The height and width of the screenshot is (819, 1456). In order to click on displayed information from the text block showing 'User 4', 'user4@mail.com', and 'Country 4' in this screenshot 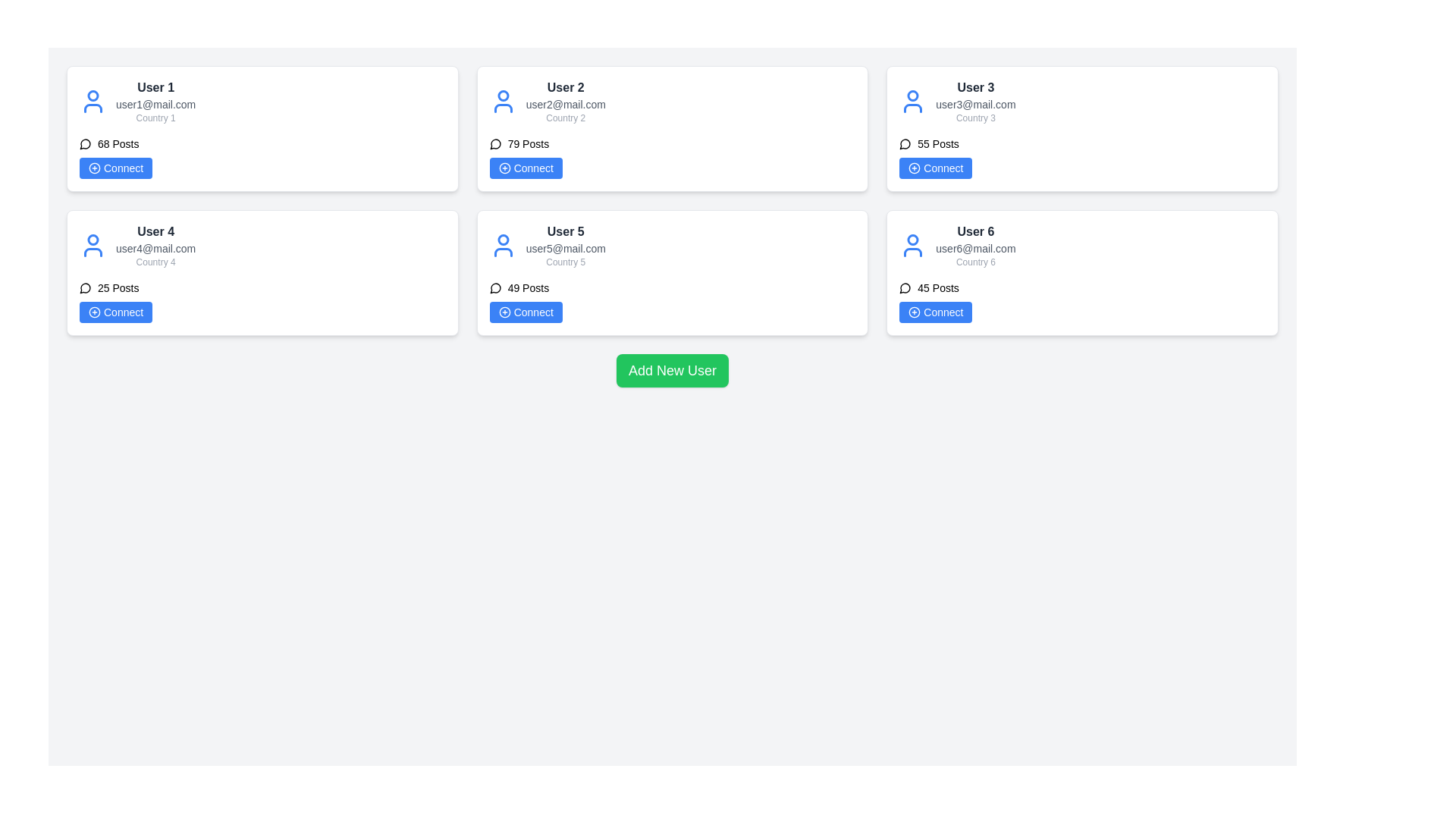, I will do `click(155, 245)`.